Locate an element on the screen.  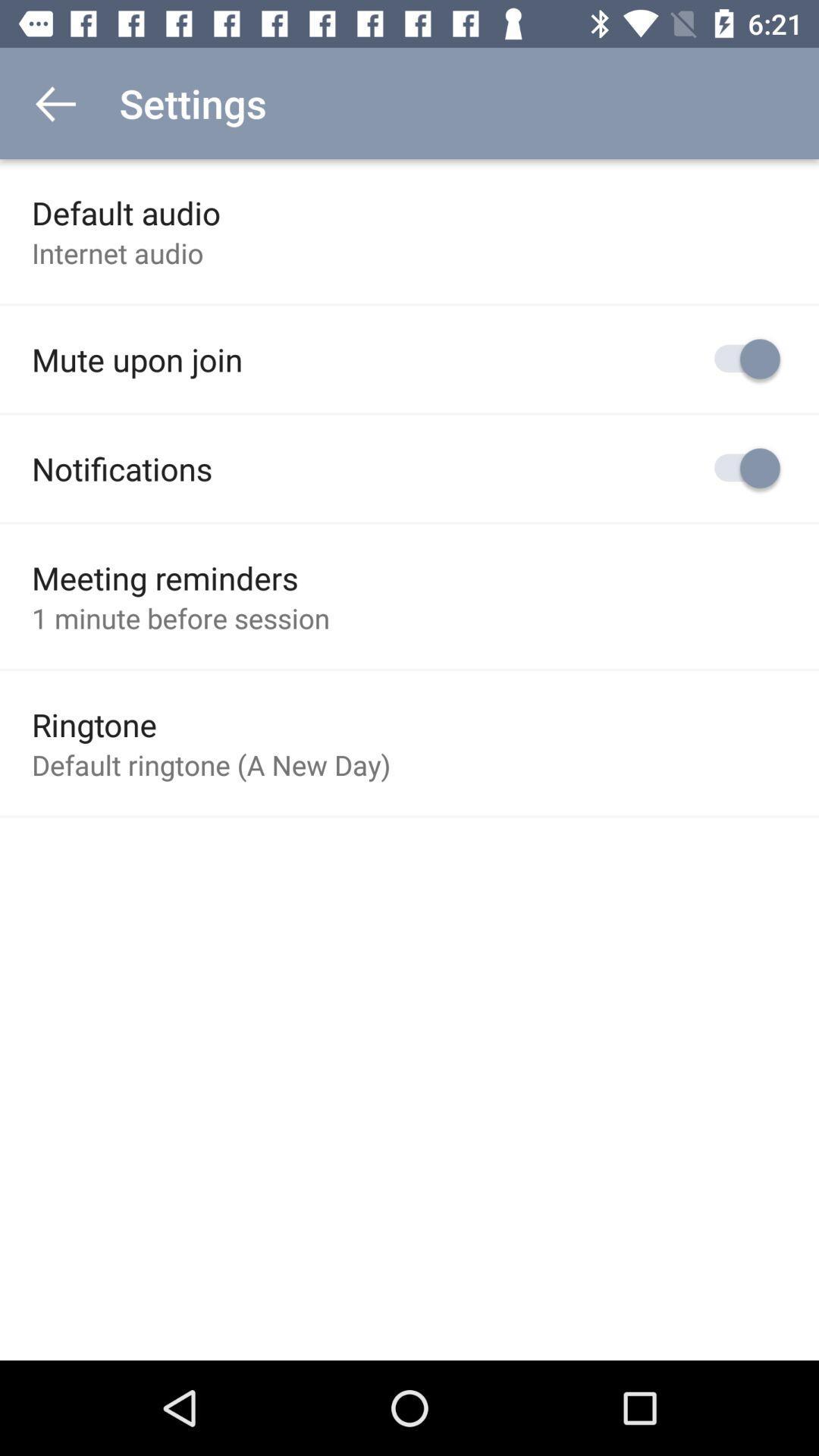
item above the ringtone item is located at coordinates (180, 618).